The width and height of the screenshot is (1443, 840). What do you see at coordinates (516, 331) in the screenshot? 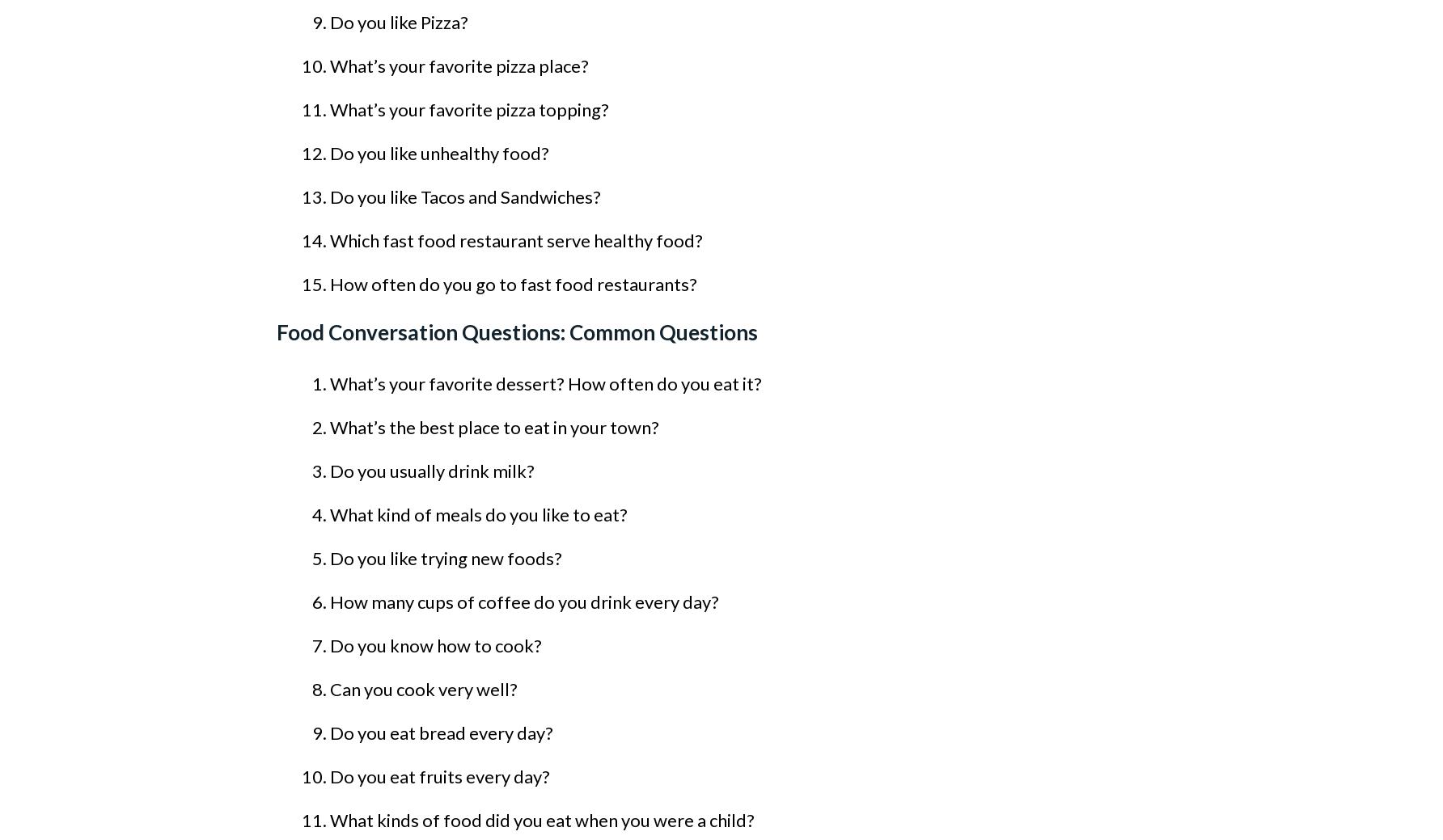
I see `'Food Conversation Questions: Common Questions'` at bounding box center [516, 331].